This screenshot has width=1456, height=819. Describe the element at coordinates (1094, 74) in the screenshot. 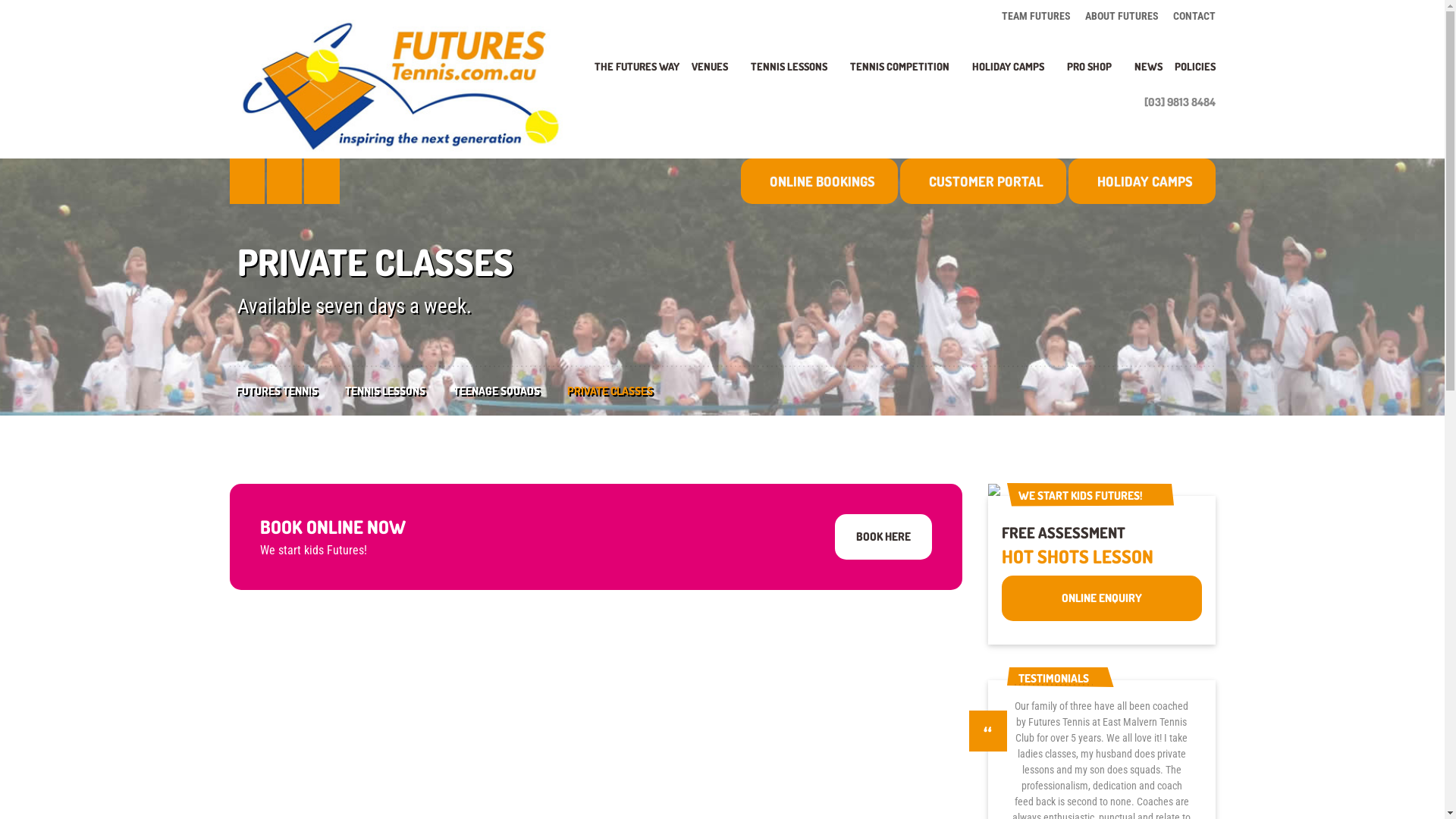

I see `'PRO SHOP'` at that location.